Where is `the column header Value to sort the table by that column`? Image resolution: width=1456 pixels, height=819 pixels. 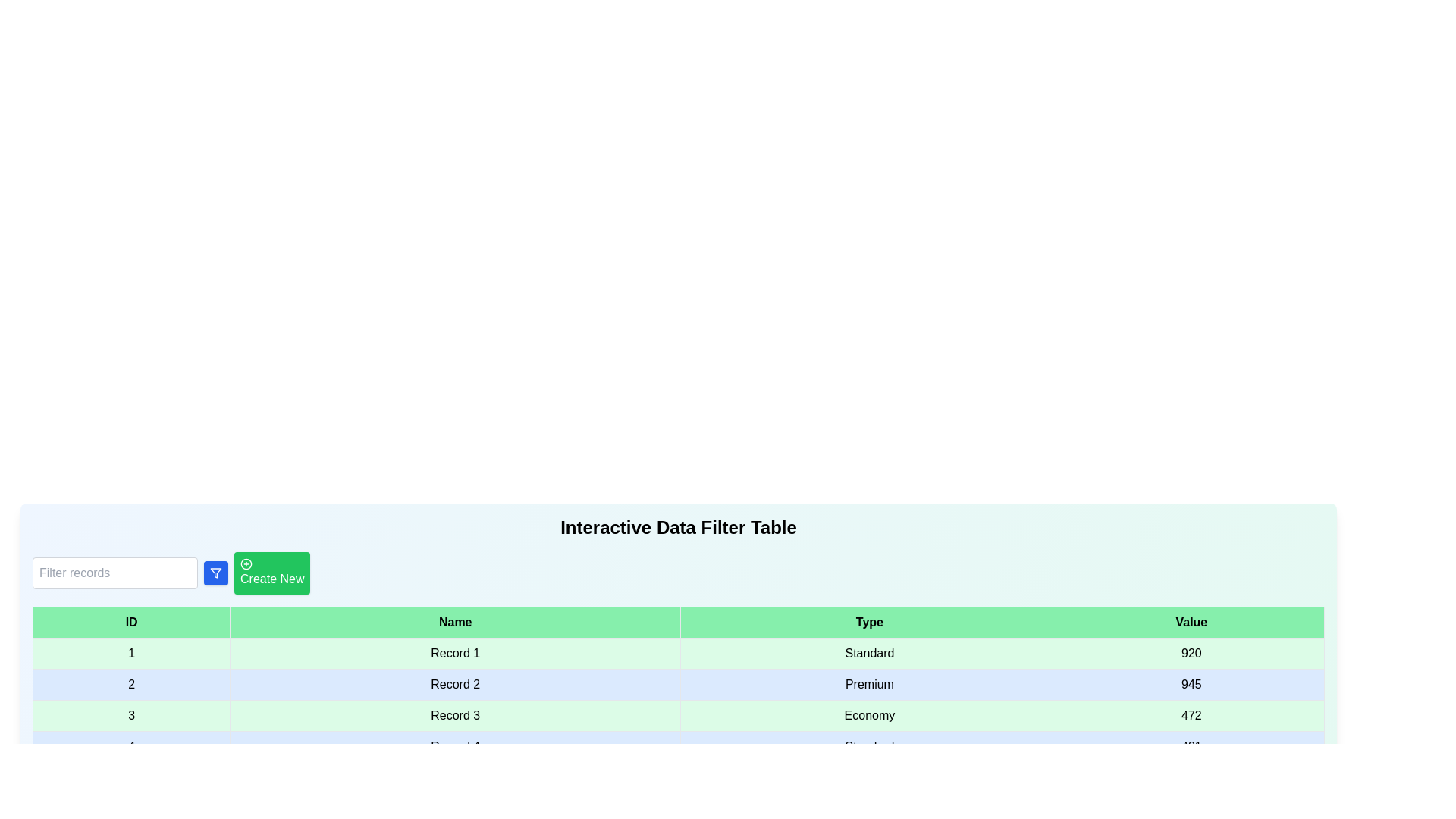 the column header Value to sort the table by that column is located at coordinates (1191, 623).